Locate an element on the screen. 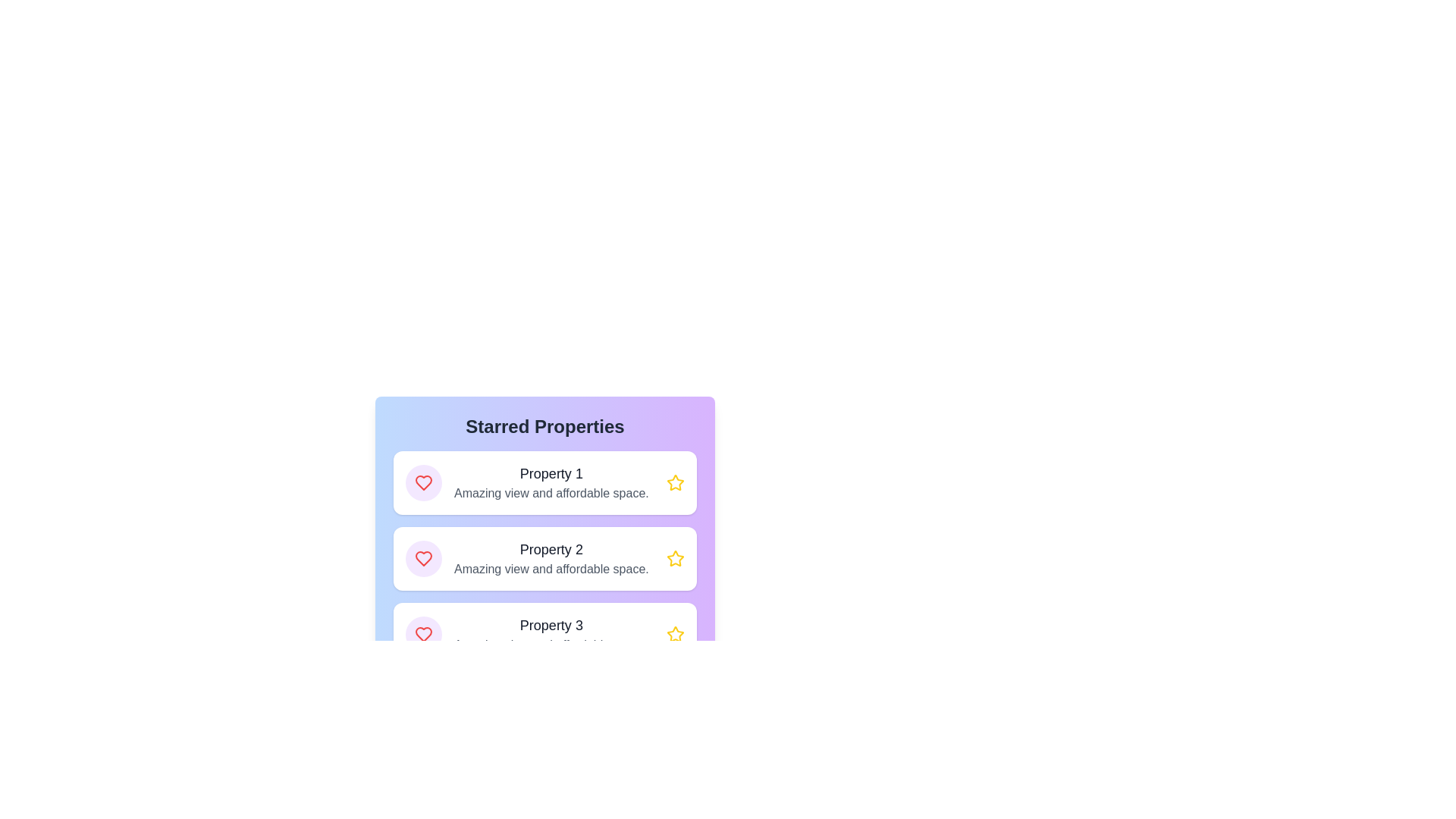  the star-shaped icon button at the right end of 'Property 3' in the 'Starred Properties' section is located at coordinates (675, 634).